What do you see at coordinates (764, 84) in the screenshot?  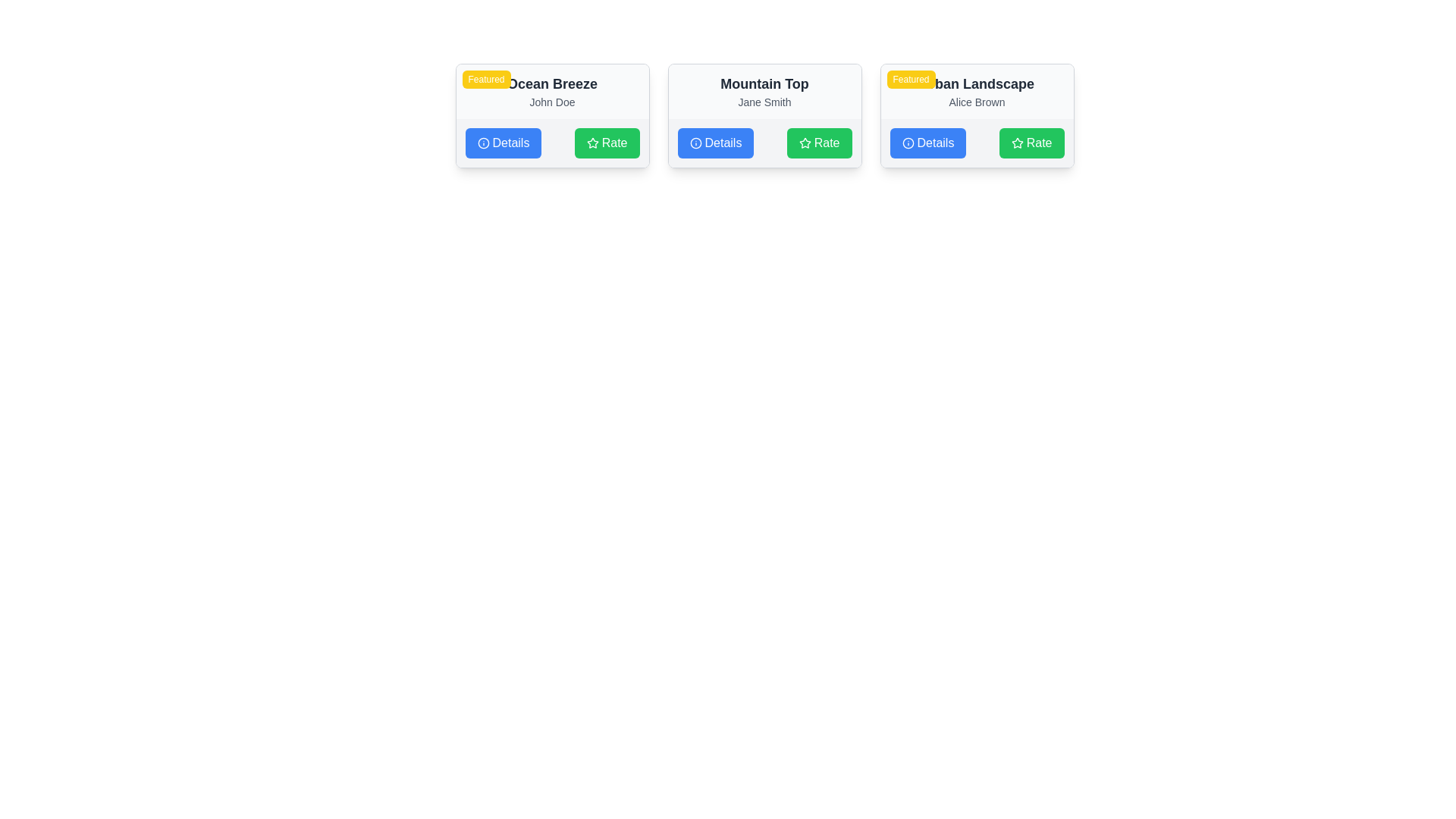 I see `the text label displaying 'Mountain Top' in bold, large, dark gray font, located at the upper section of the middle card` at bounding box center [764, 84].